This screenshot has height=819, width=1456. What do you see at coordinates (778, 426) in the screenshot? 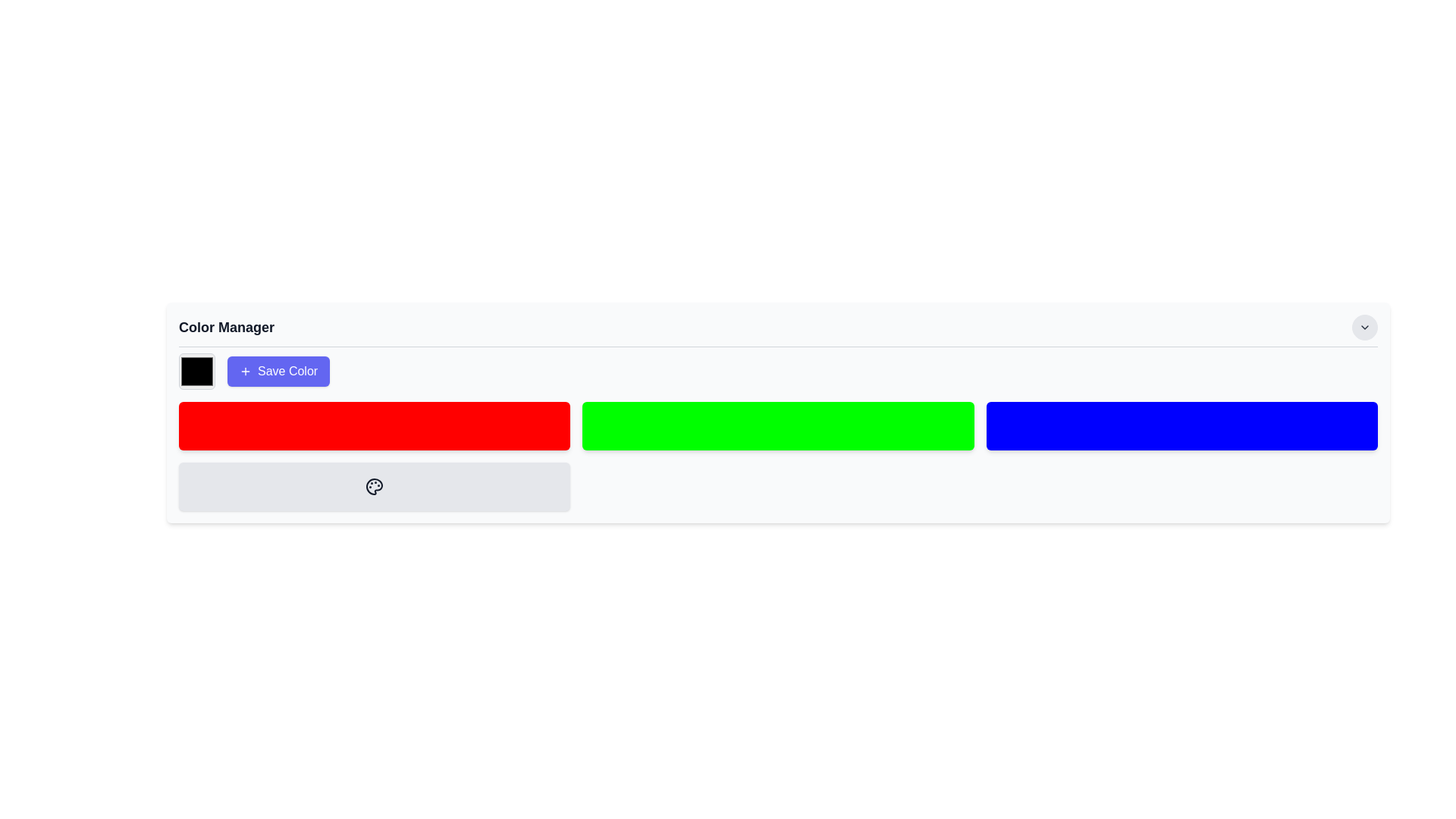
I see `the vividly green rectangular block with rounded corners located between a red block on the left and a blue block on the right in the grid layout` at bounding box center [778, 426].